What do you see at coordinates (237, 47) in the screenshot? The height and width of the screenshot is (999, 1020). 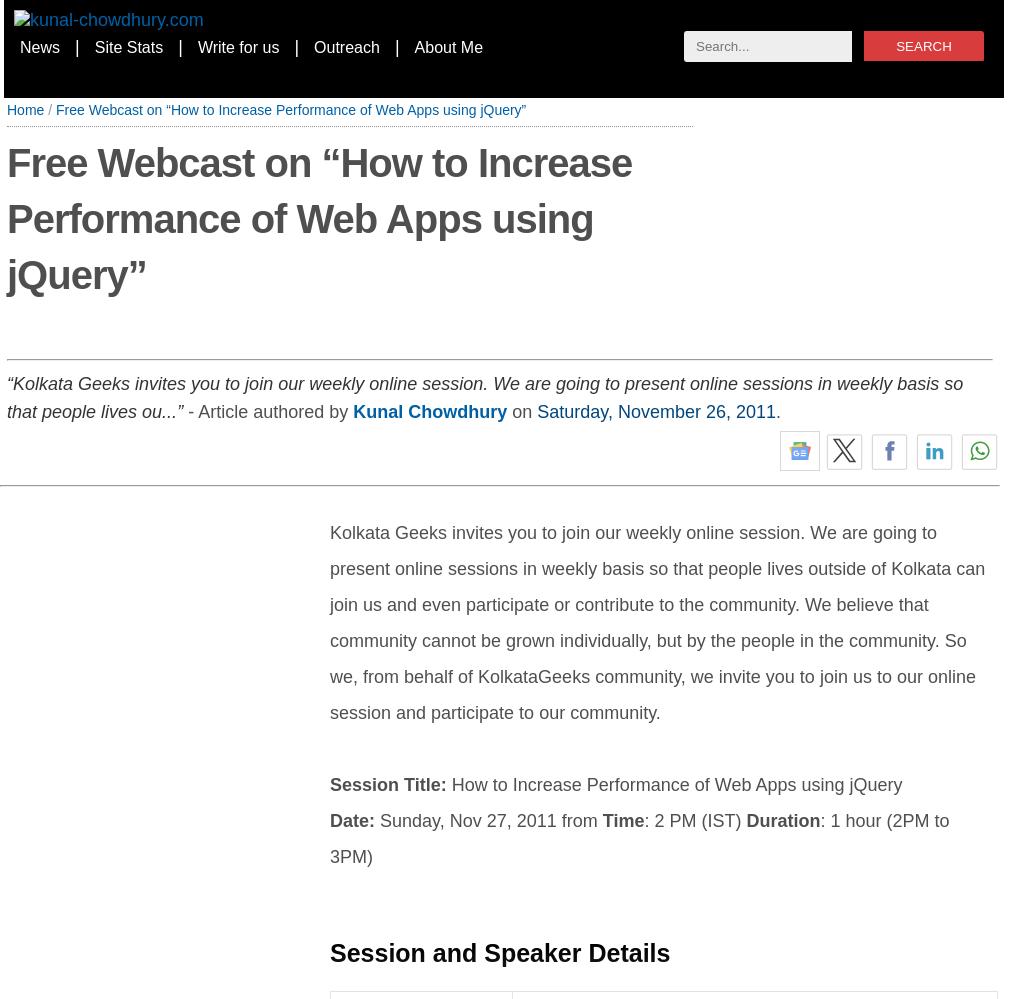 I see `'Write for us'` at bounding box center [237, 47].